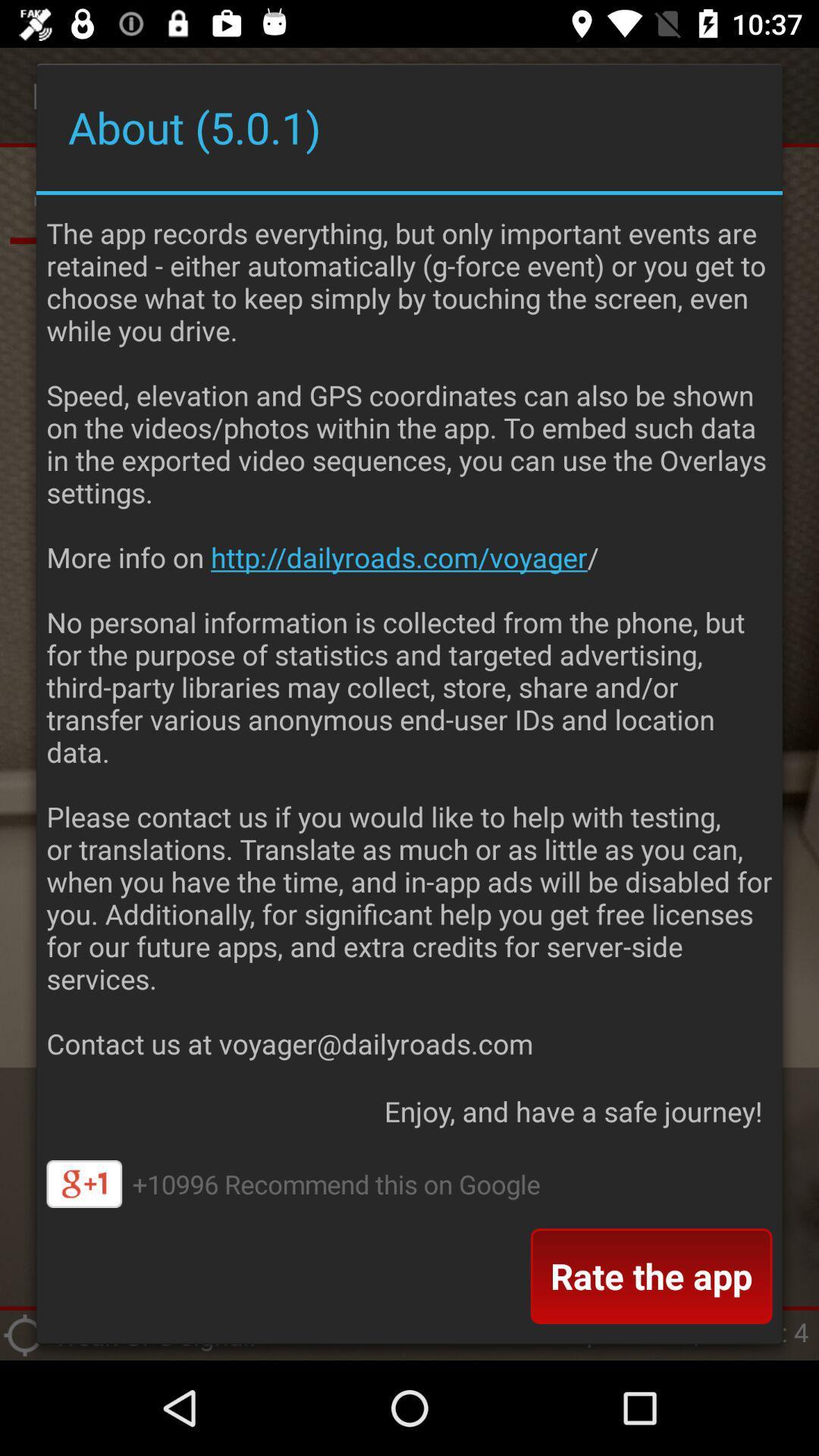  I want to click on app above the enjoy and have, so click(409, 633).